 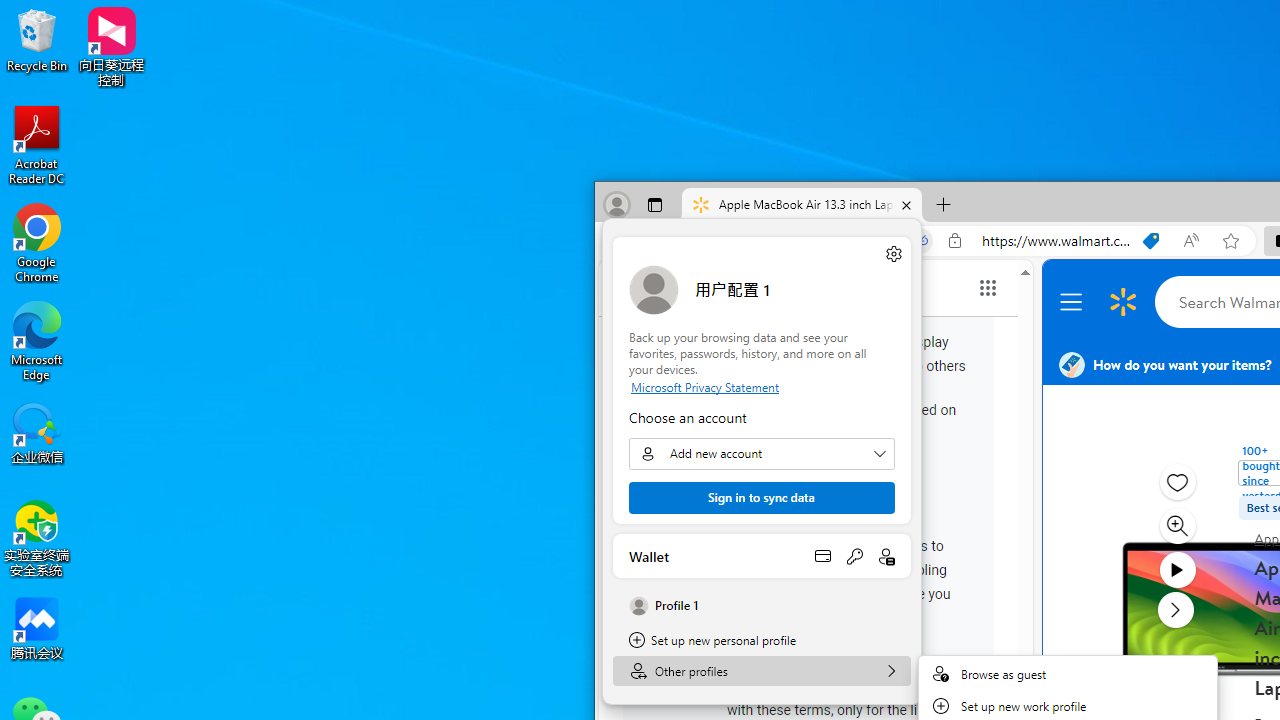 I want to click on 'Open payment methods', so click(x=822, y=555).